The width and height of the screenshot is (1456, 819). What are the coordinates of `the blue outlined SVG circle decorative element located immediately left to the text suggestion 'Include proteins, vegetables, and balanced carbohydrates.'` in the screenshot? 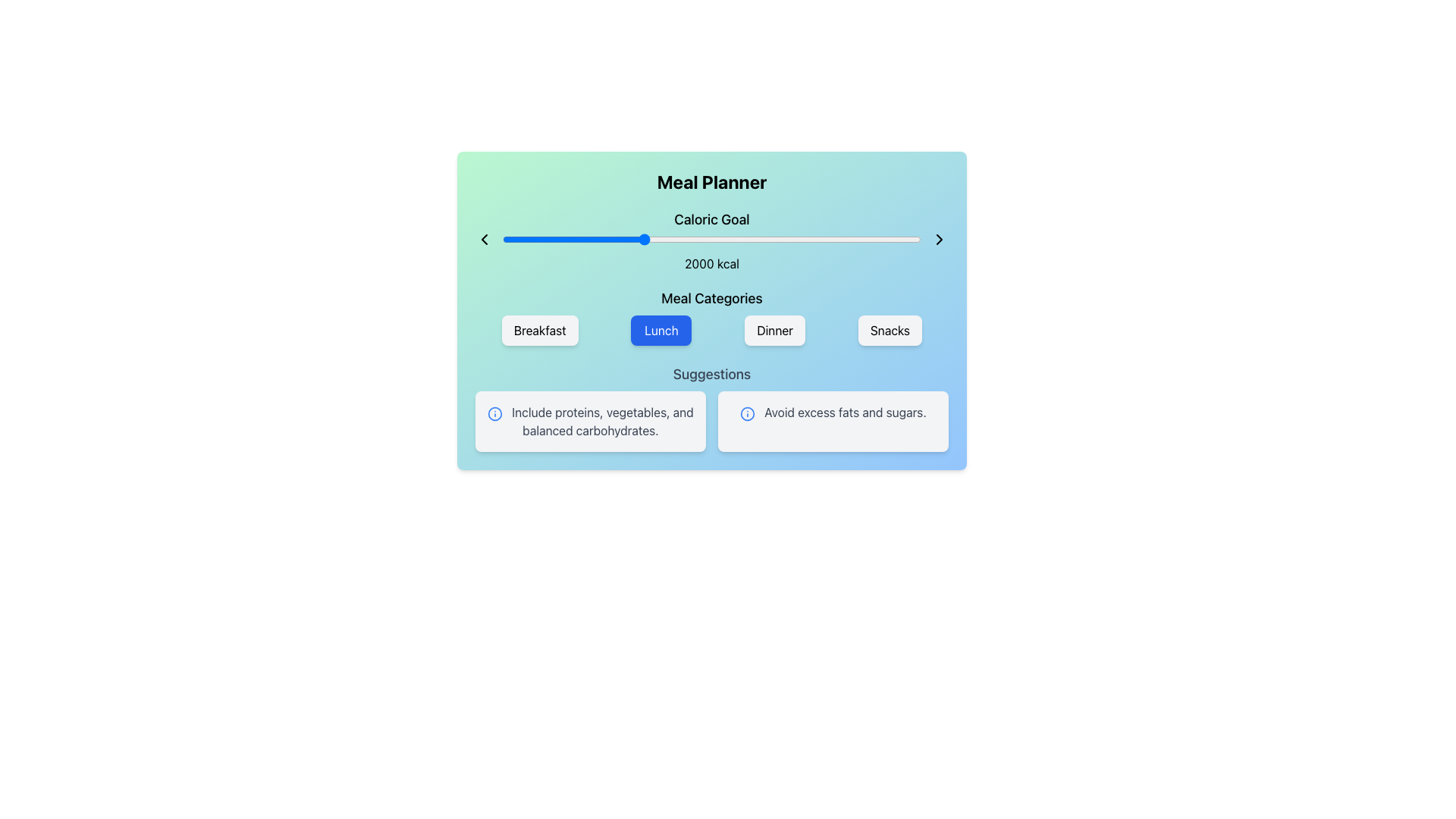 It's located at (748, 413).